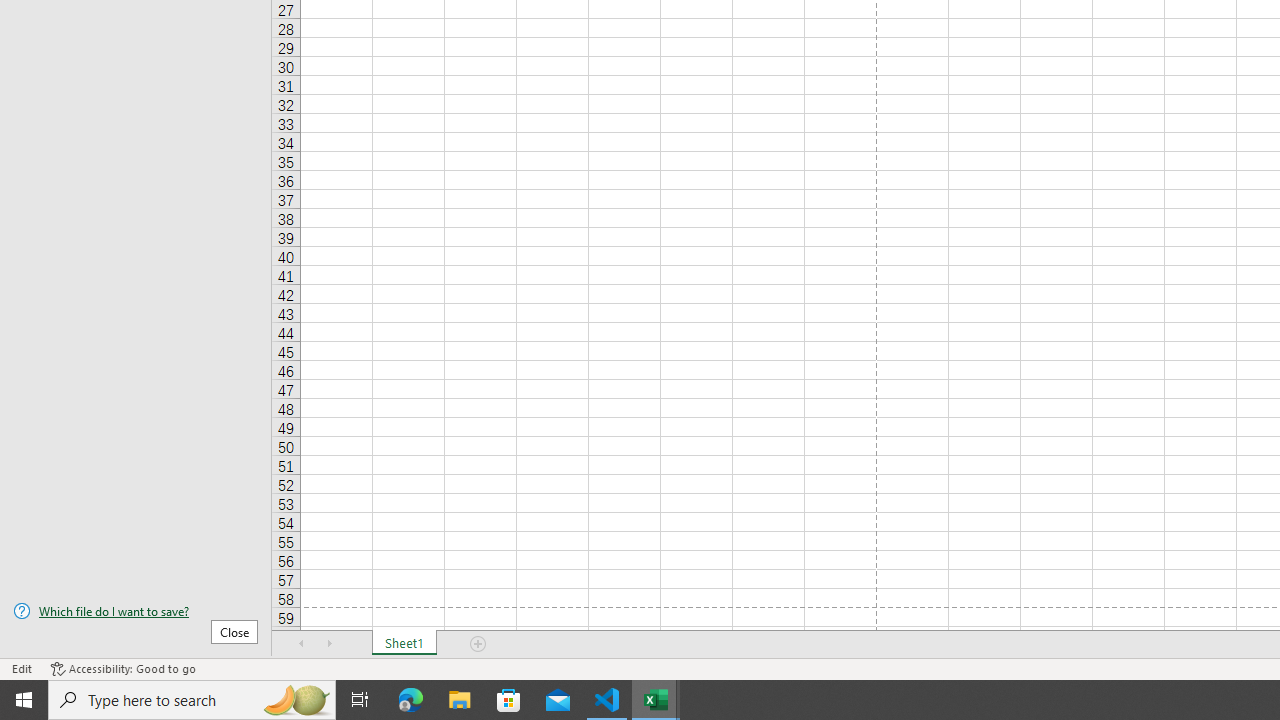 The image size is (1280, 720). What do you see at coordinates (403, 644) in the screenshot?
I see `'Sheet1'` at bounding box center [403, 644].